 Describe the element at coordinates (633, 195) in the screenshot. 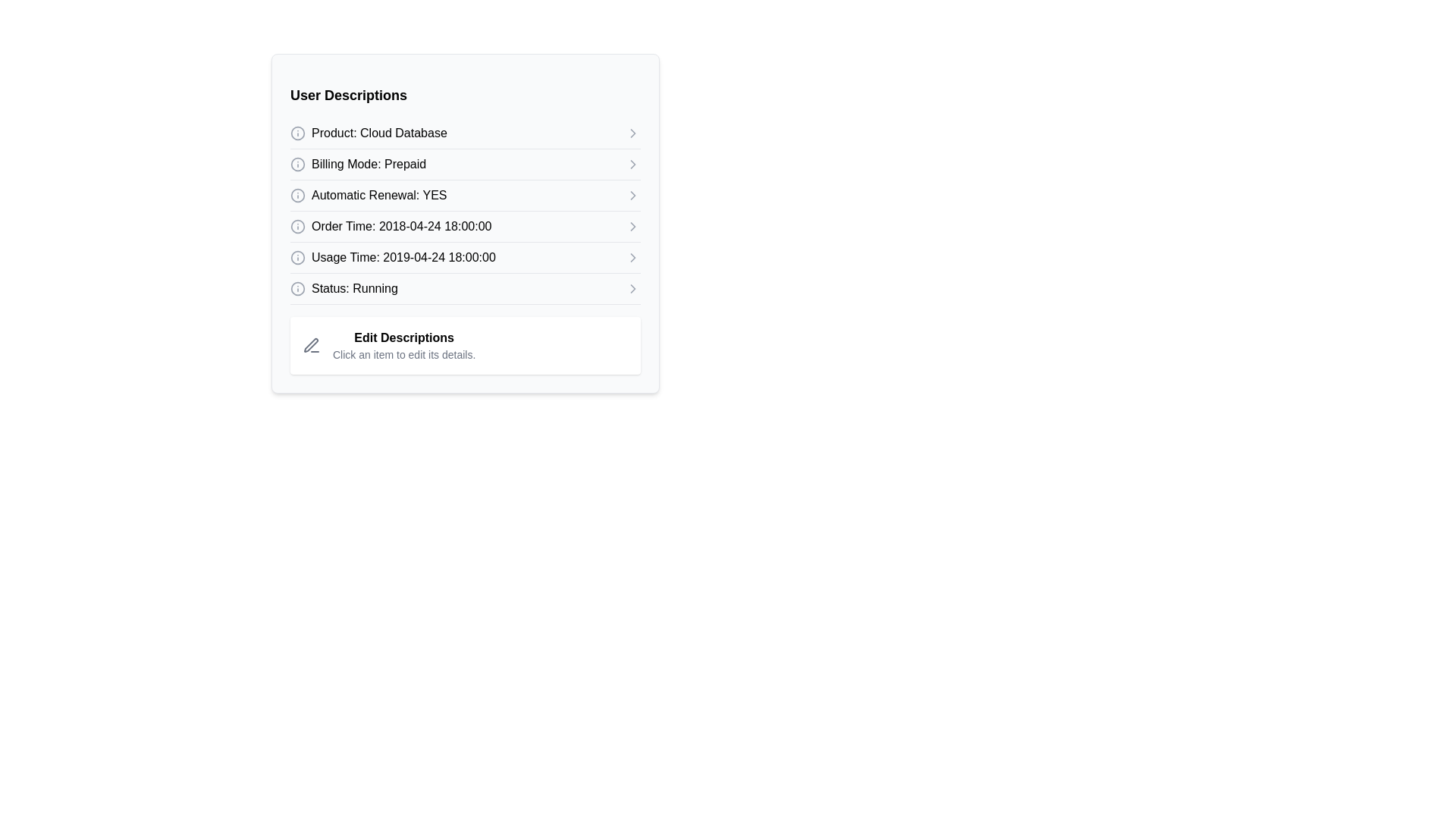

I see `the far-right icon in the row labeled 'Automatic Renewal: YES'` at that location.